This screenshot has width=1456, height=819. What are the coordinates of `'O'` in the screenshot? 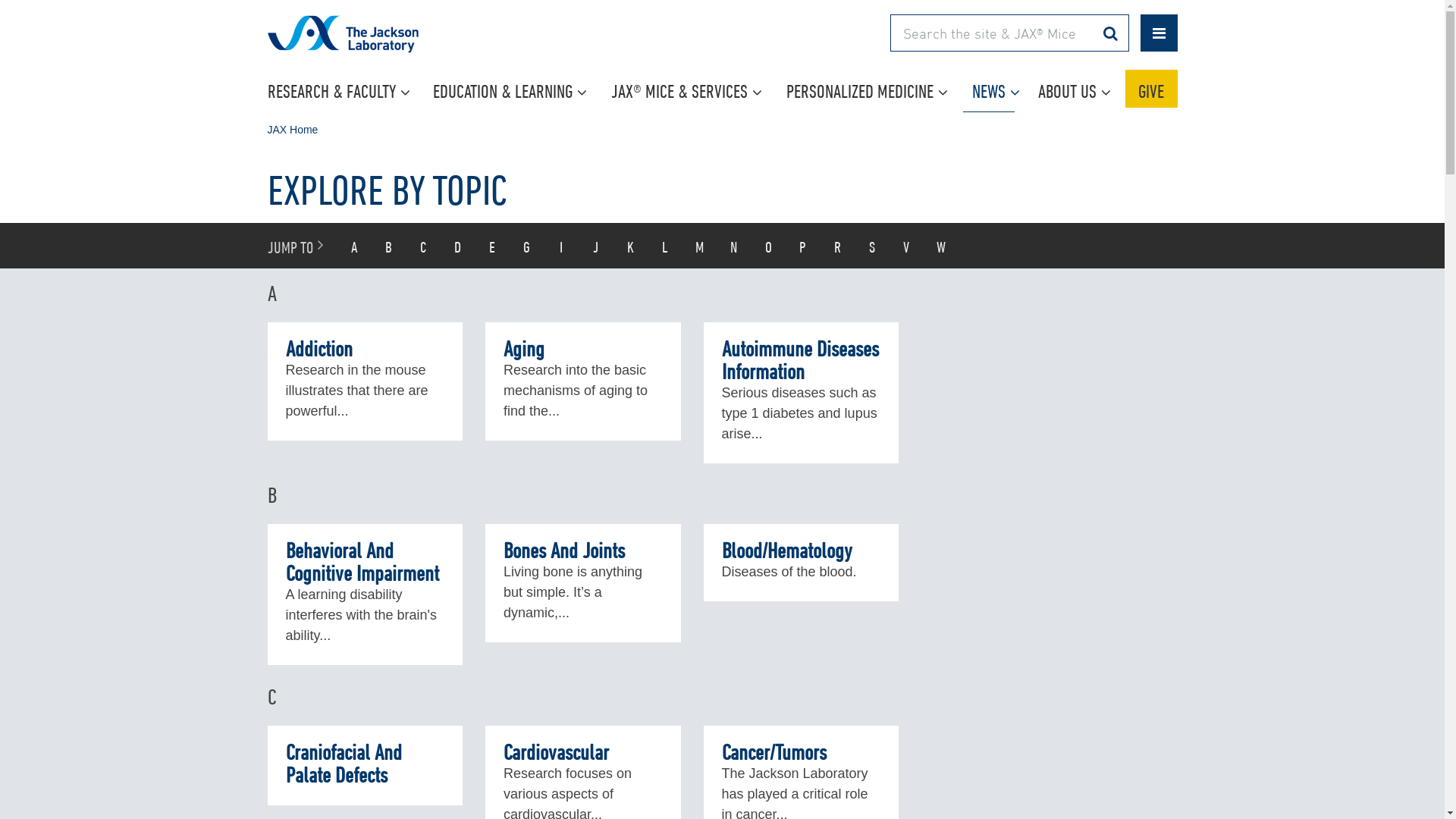 It's located at (767, 245).